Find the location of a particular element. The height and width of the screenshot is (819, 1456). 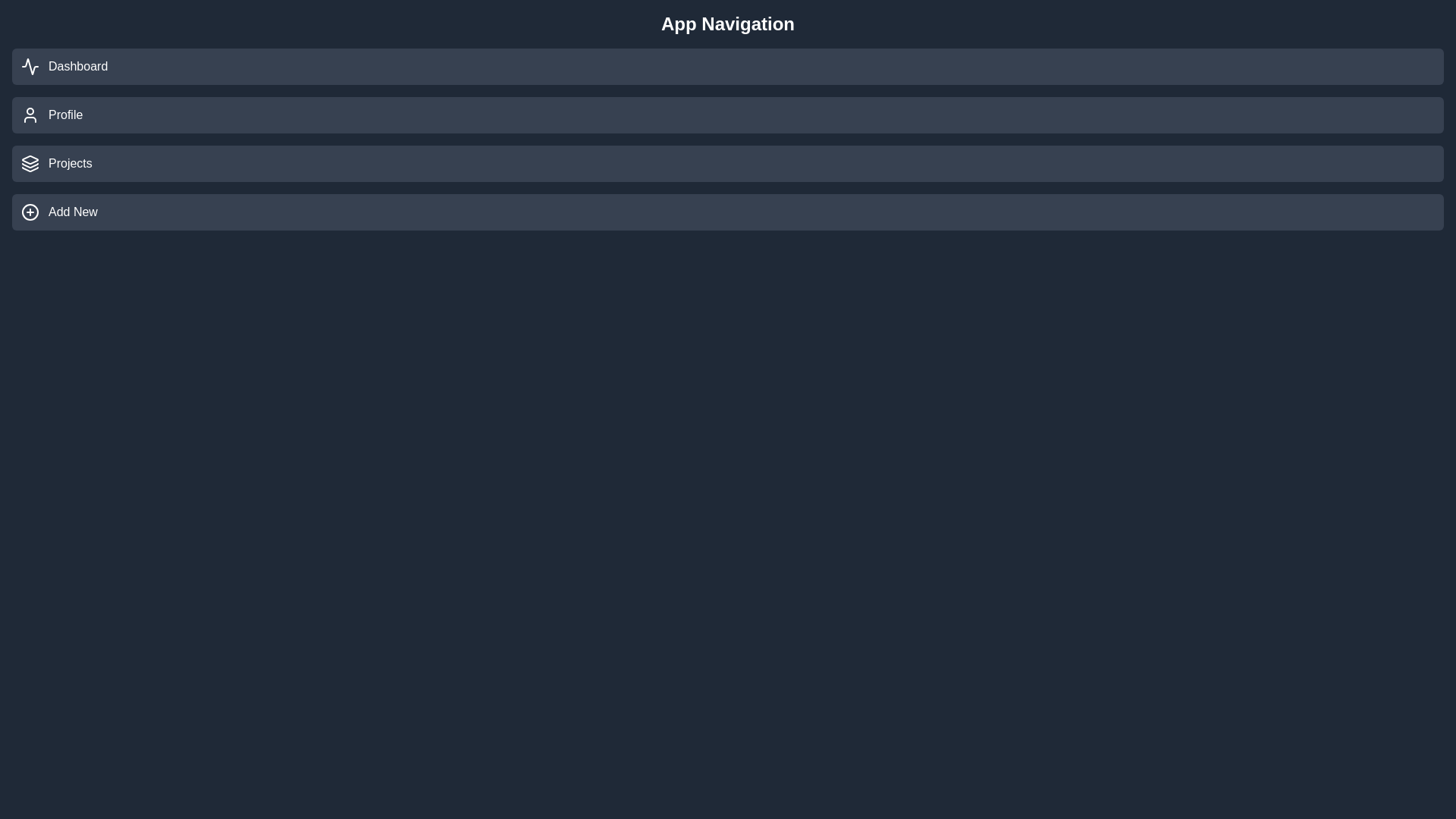

text label displaying 'Profile', which is part of the menu section adjacent to the user icon on a dark gray background is located at coordinates (64, 114).